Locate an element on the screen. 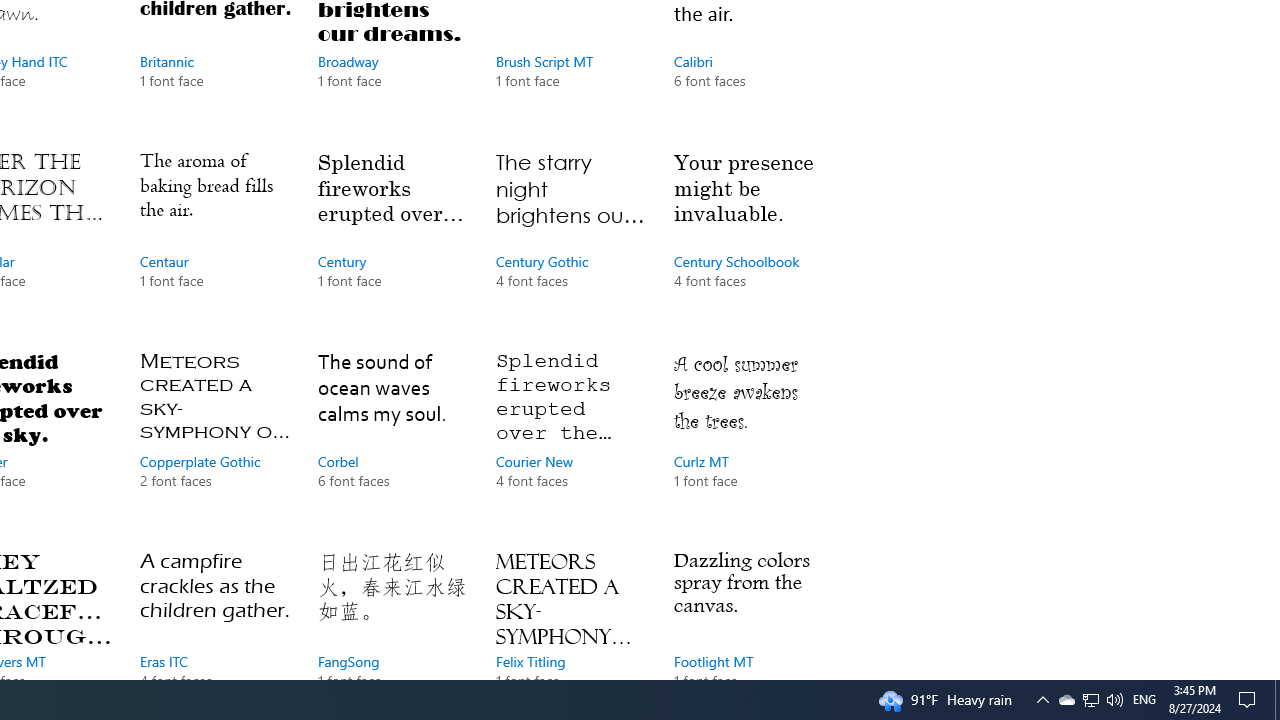  'Century, 1 font face' is located at coordinates (392, 238).